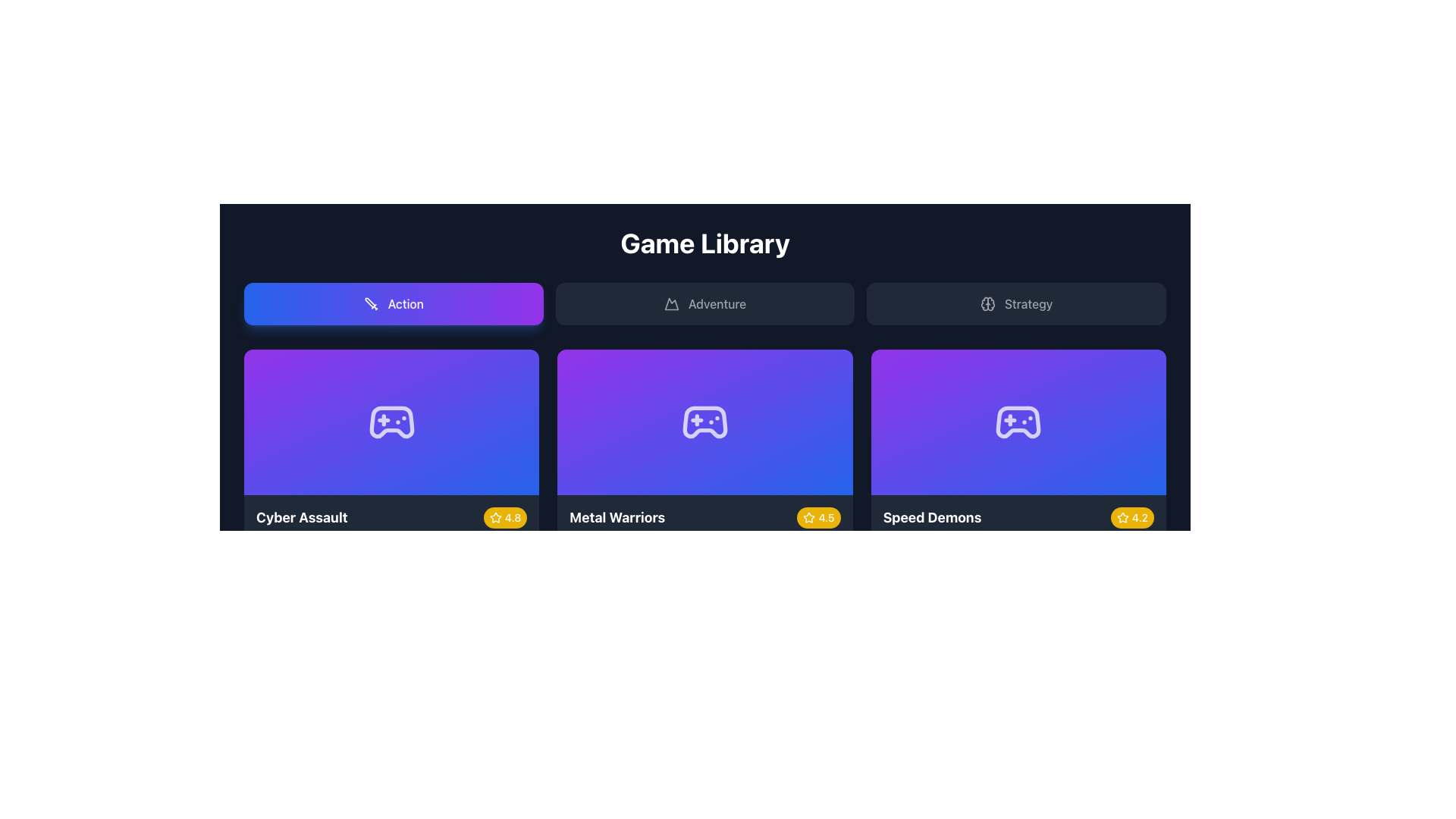 Image resolution: width=1456 pixels, height=819 pixels. What do you see at coordinates (1132, 516) in the screenshot?
I see `rating value displayed on the bright yellow pill-shaped badge, which contains the text '4.2' and is located at the bottom-right corner of the 'Speed Demons' card` at bounding box center [1132, 516].